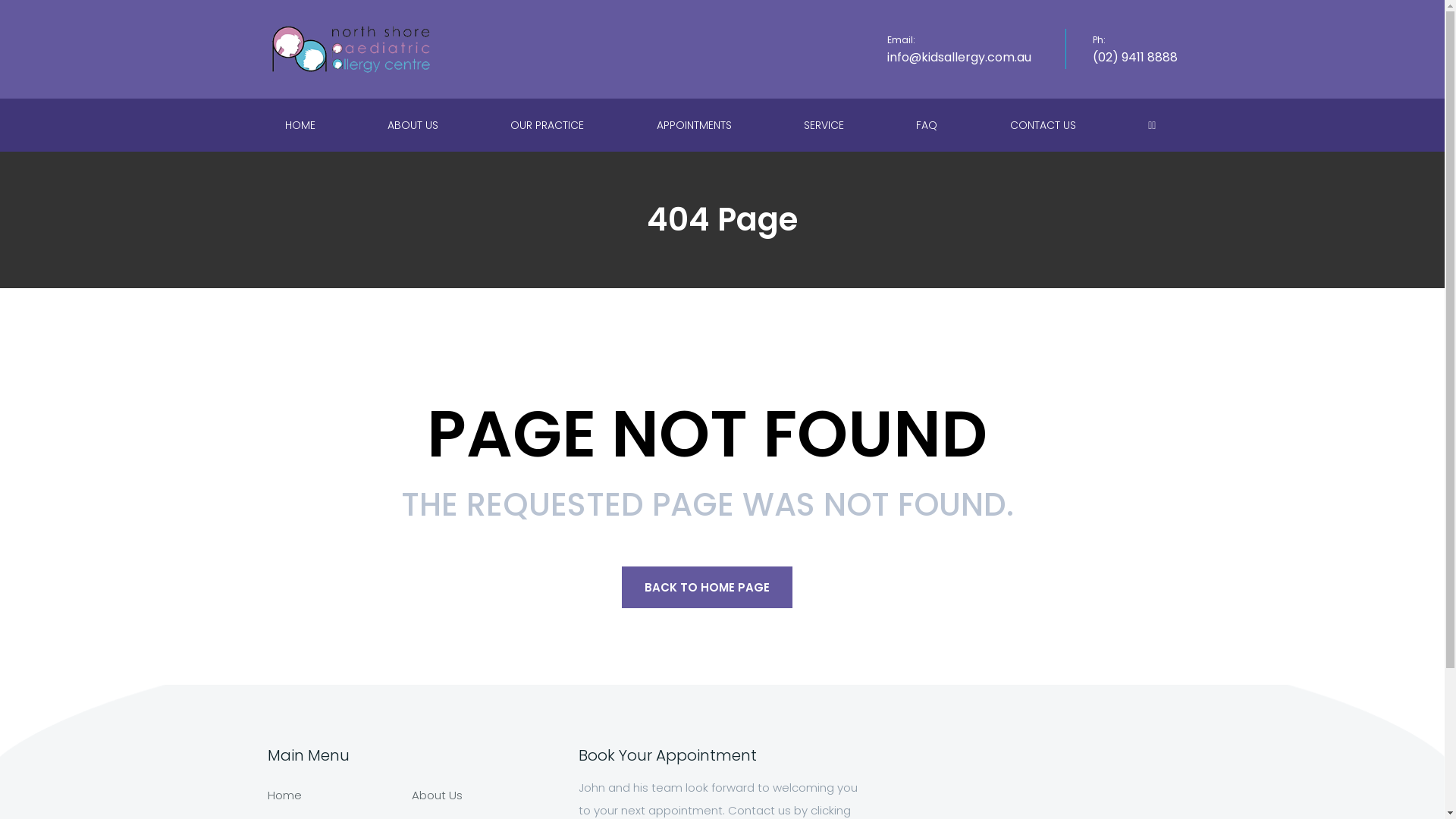  Describe the element at coordinates (706, 586) in the screenshot. I see `'BACK TO HOME PAGE'` at that location.